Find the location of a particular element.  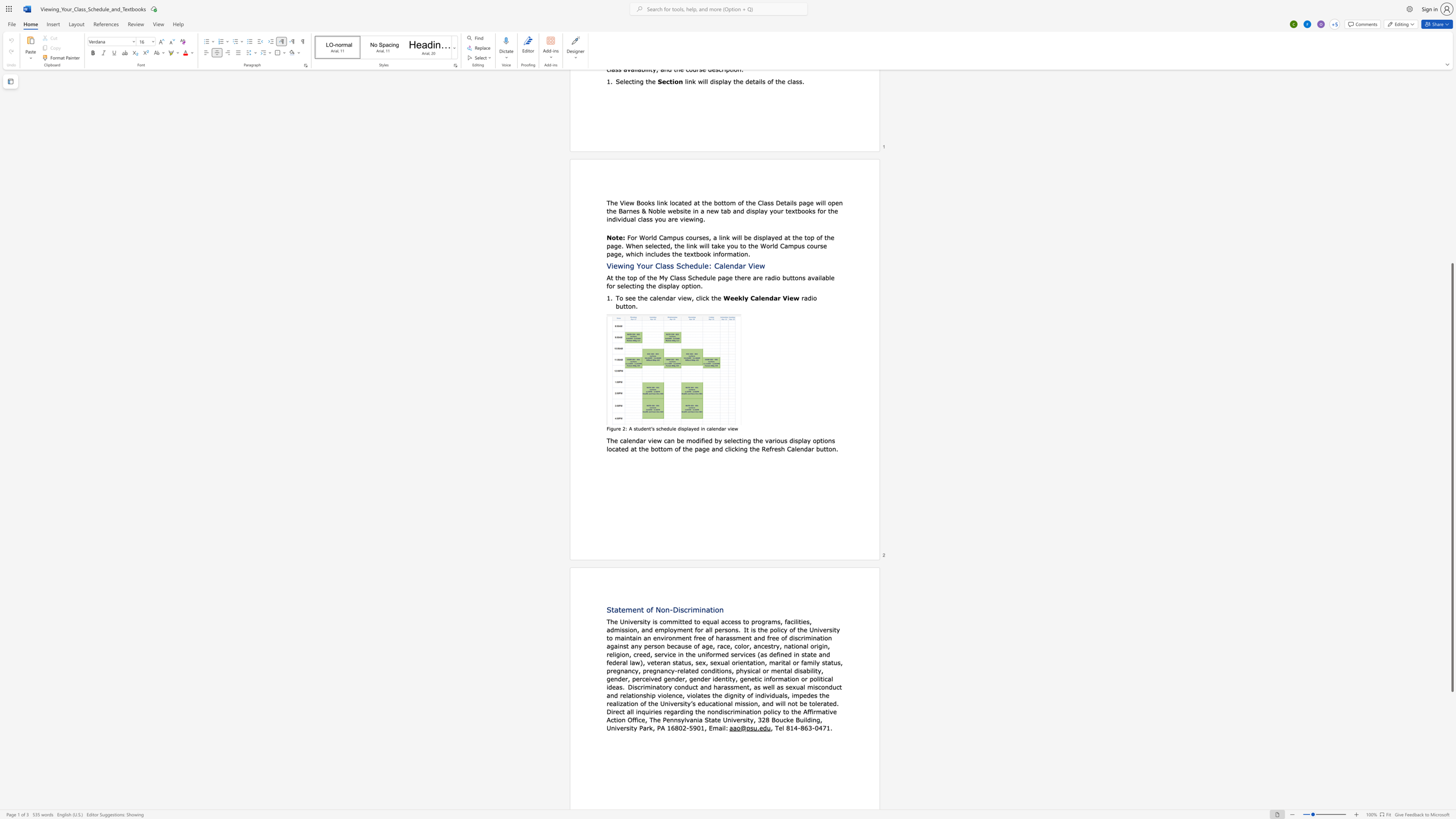

the right-hand scrollbar to ascend the page is located at coordinates (1451, 151).